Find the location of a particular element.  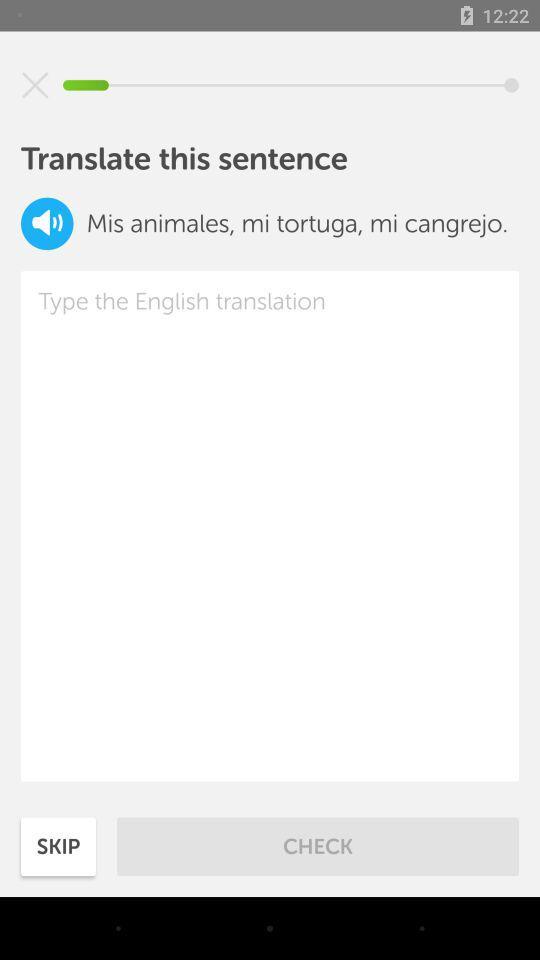

stop the audio that is translating this sentence is located at coordinates (35, 85).